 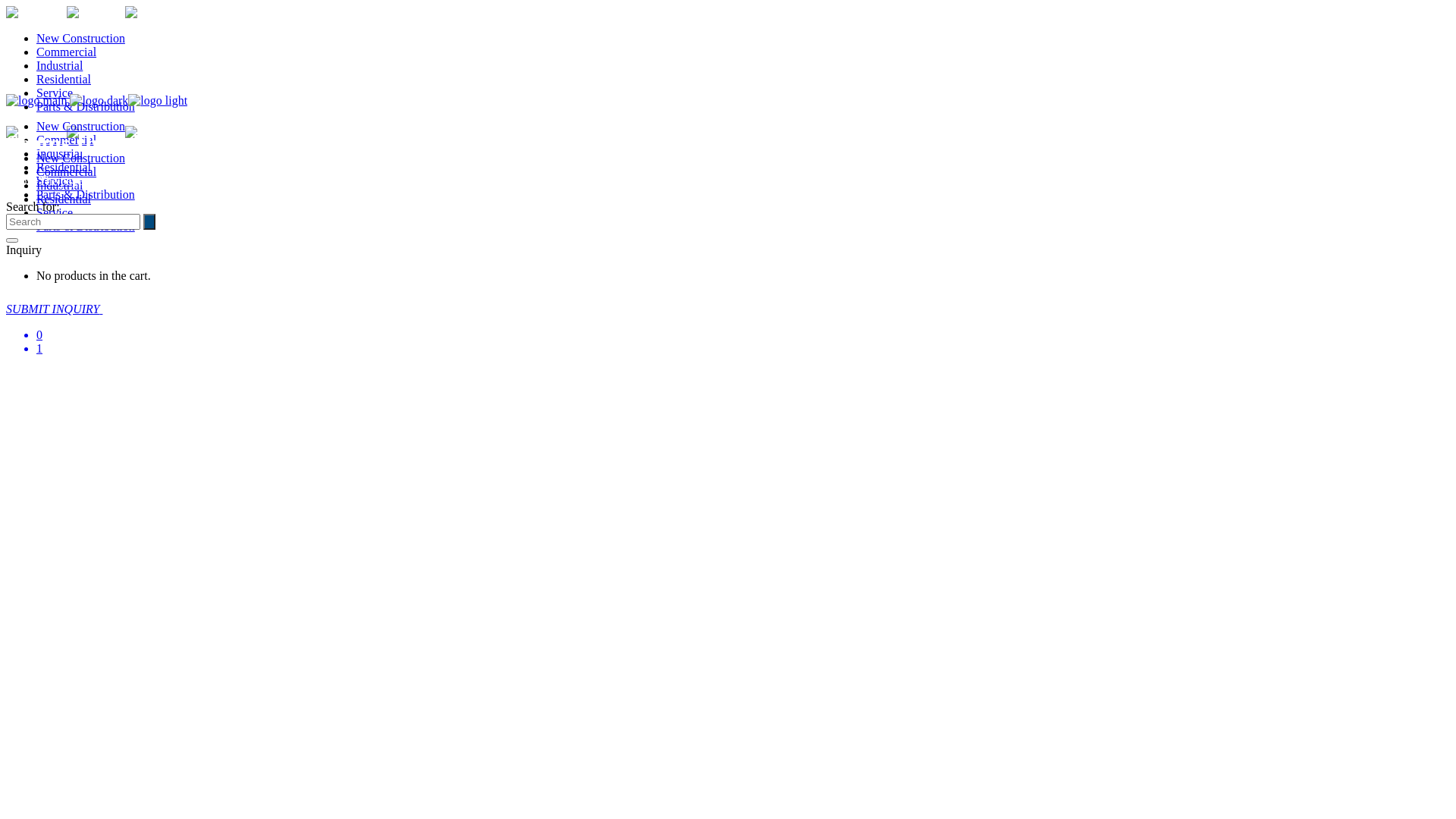 What do you see at coordinates (55, 212) in the screenshot?
I see `'Service'` at bounding box center [55, 212].